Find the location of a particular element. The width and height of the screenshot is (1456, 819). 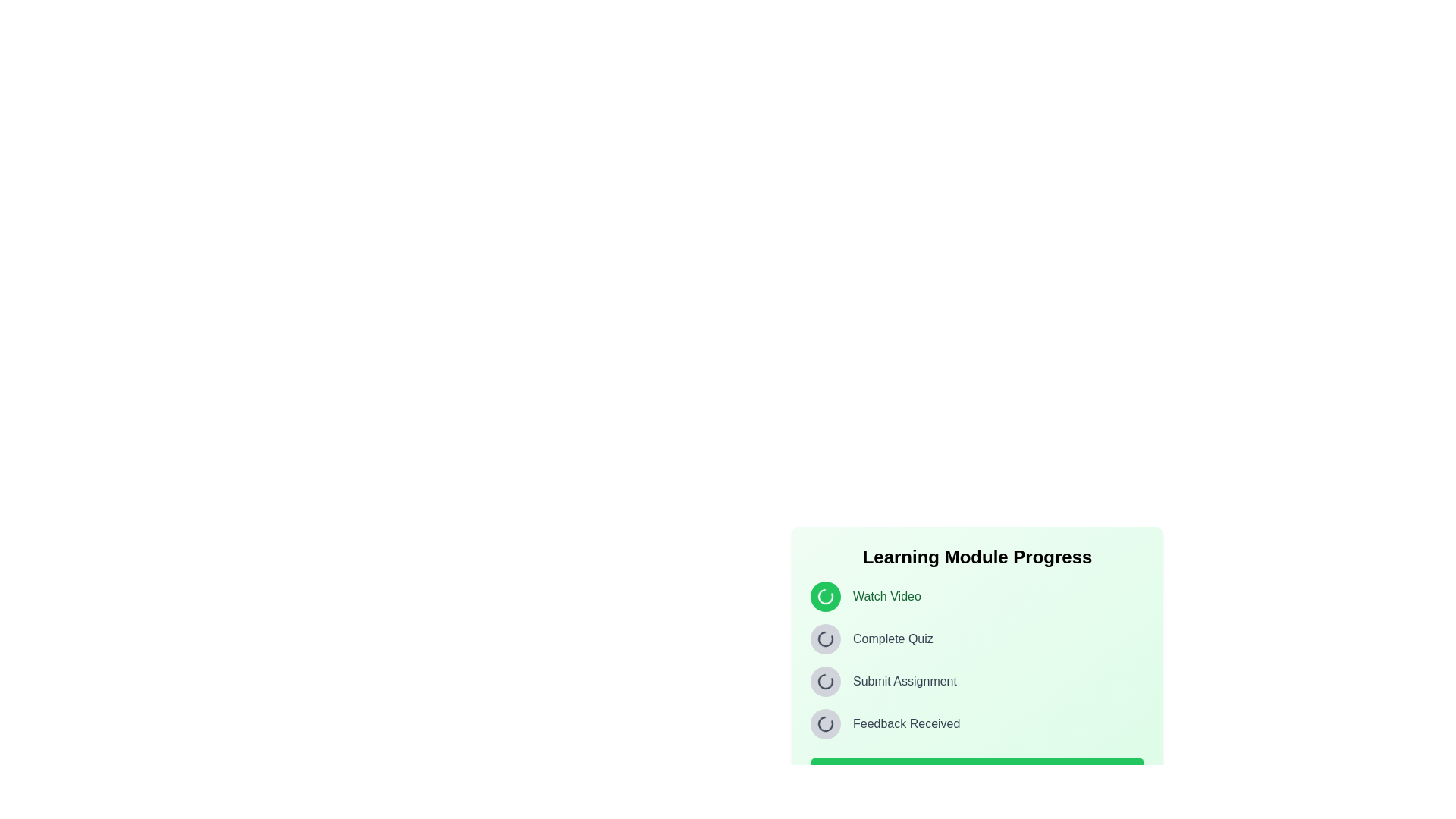

the Animated icon representing the status of the 'Watch Video' task, which is located in the top left corner of the progress section, adjacent to the text 'Watch Video' is located at coordinates (825, 595).